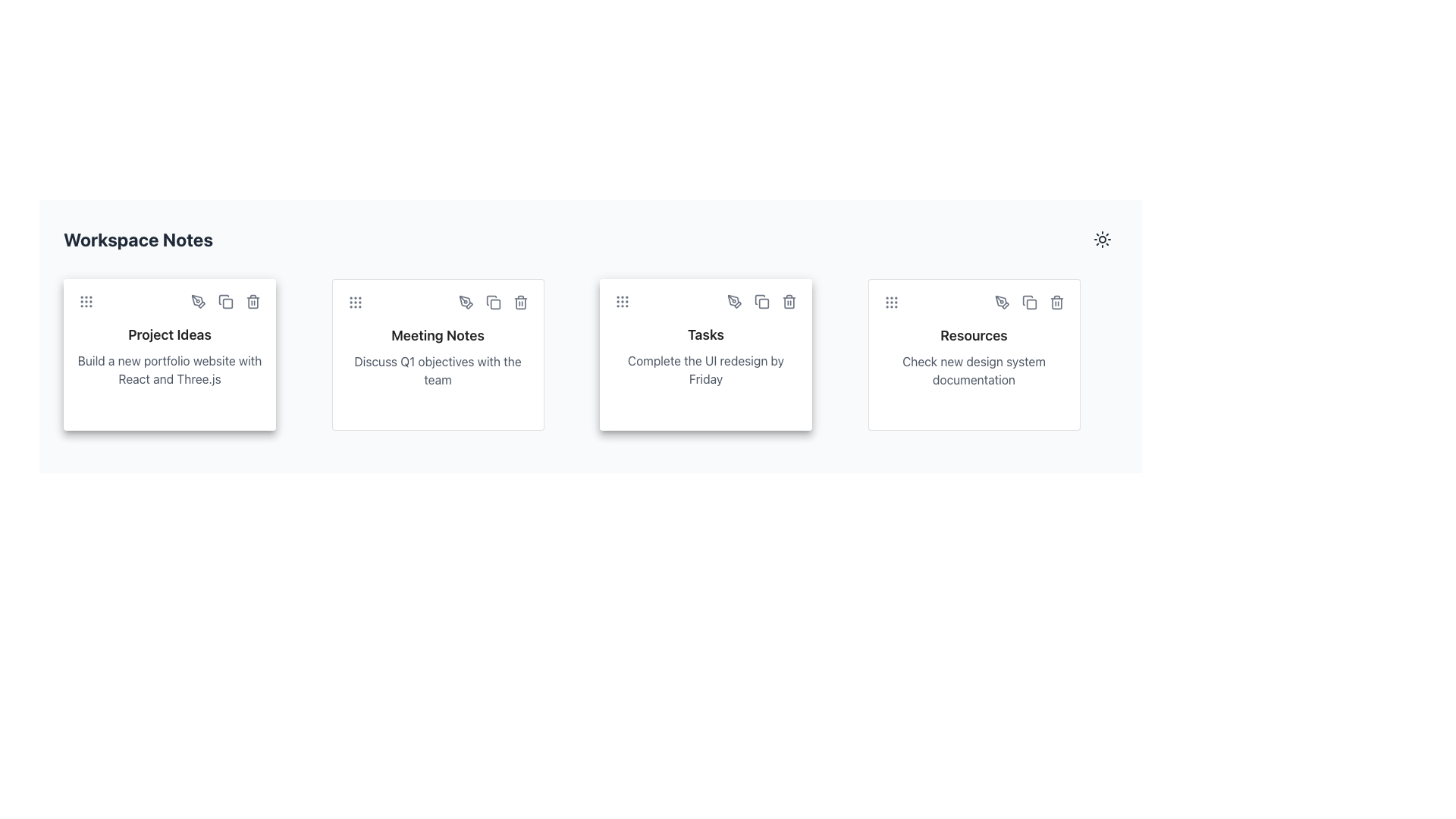 Image resolution: width=1456 pixels, height=819 pixels. Describe the element at coordinates (493, 302) in the screenshot. I see `the 'Copy' icon button, the second interactive icon from the right in the control bar above the 'Meeting Notes' card` at that location.